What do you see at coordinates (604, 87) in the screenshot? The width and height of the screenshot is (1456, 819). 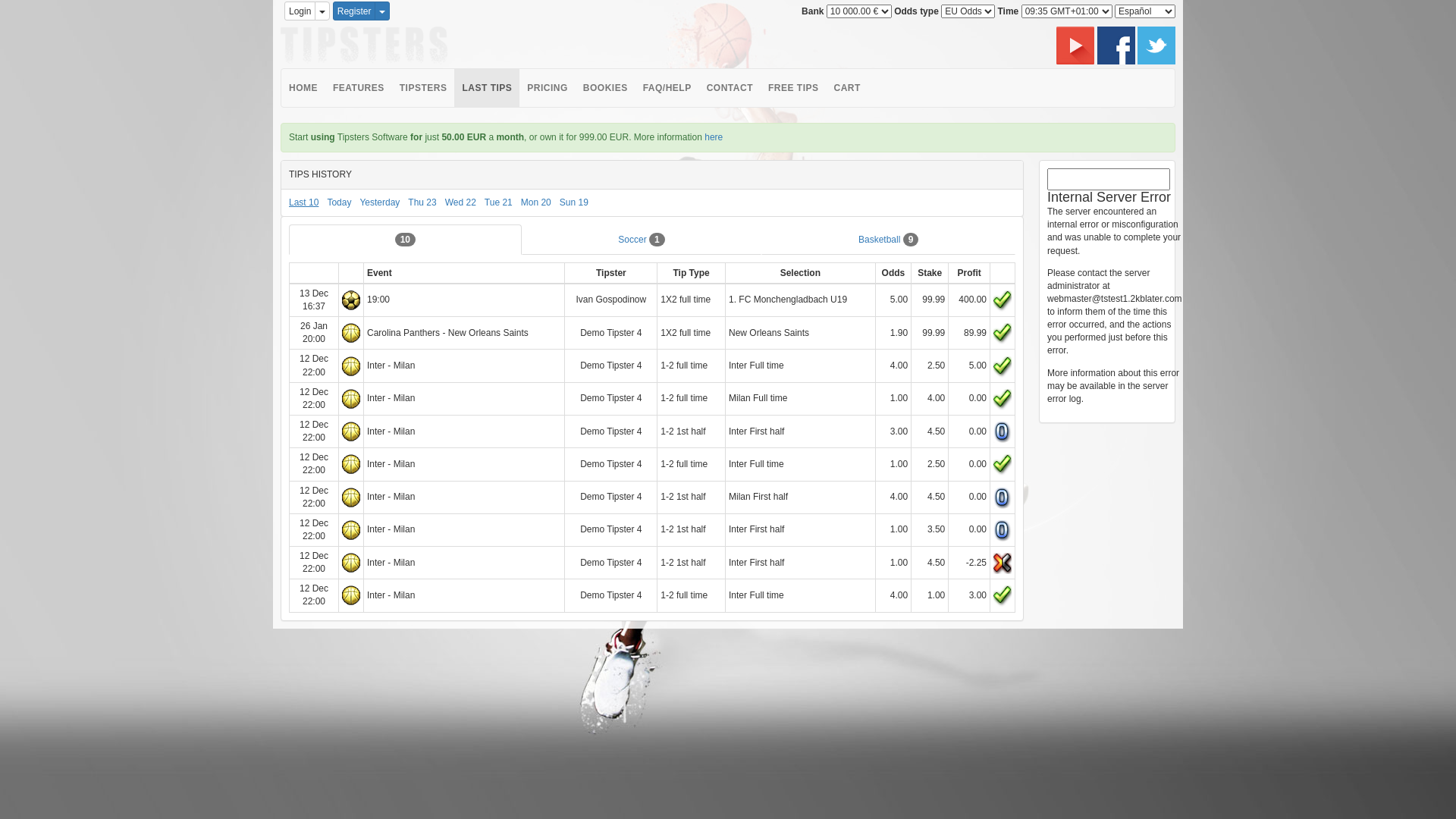 I see `'BOOKIES'` at bounding box center [604, 87].